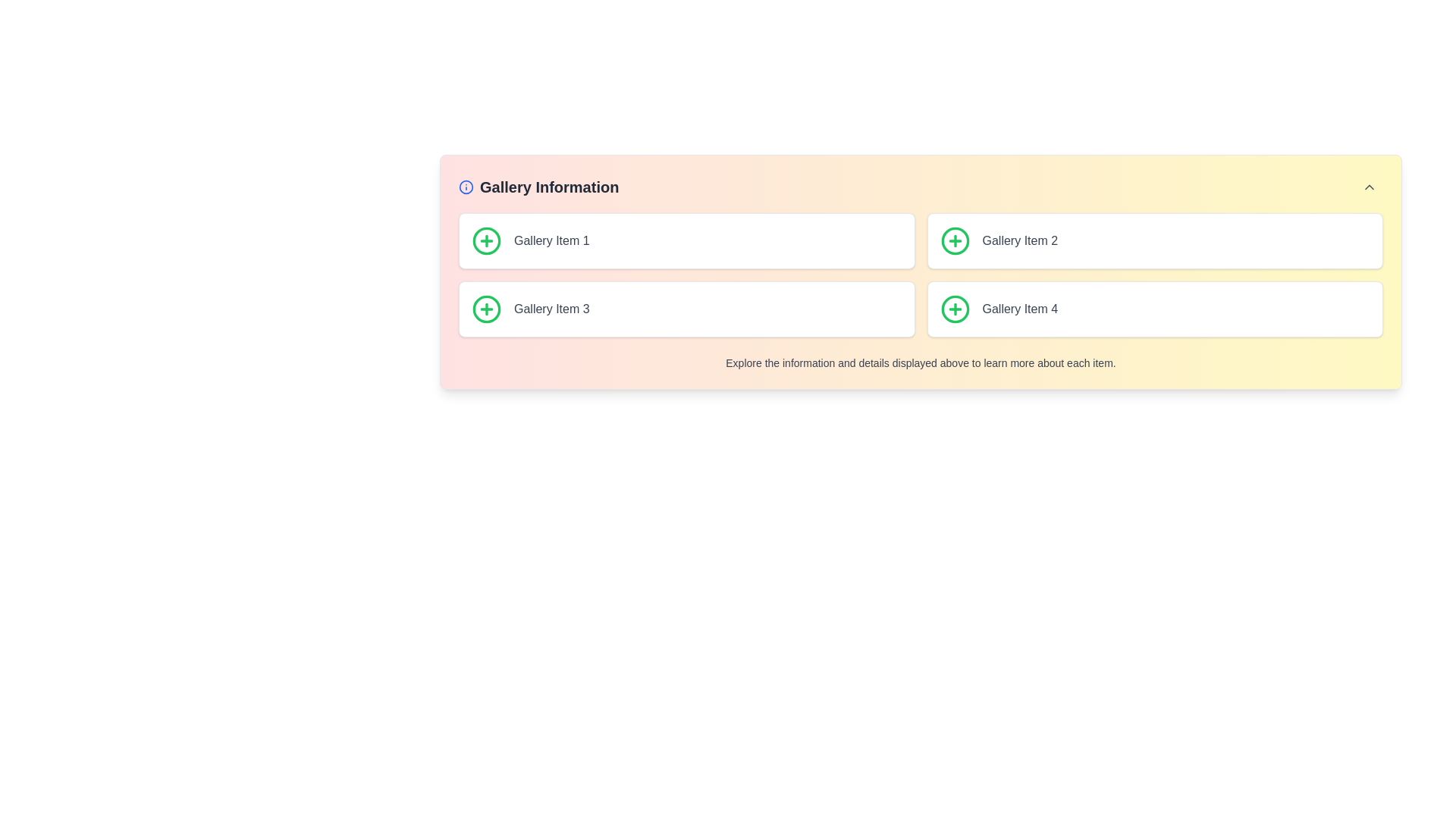  What do you see at coordinates (487, 309) in the screenshot?
I see `the icon button located to the left of the text 'Gallery Item 3' within the card component in the 'Gallery Information' section` at bounding box center [487, 309].